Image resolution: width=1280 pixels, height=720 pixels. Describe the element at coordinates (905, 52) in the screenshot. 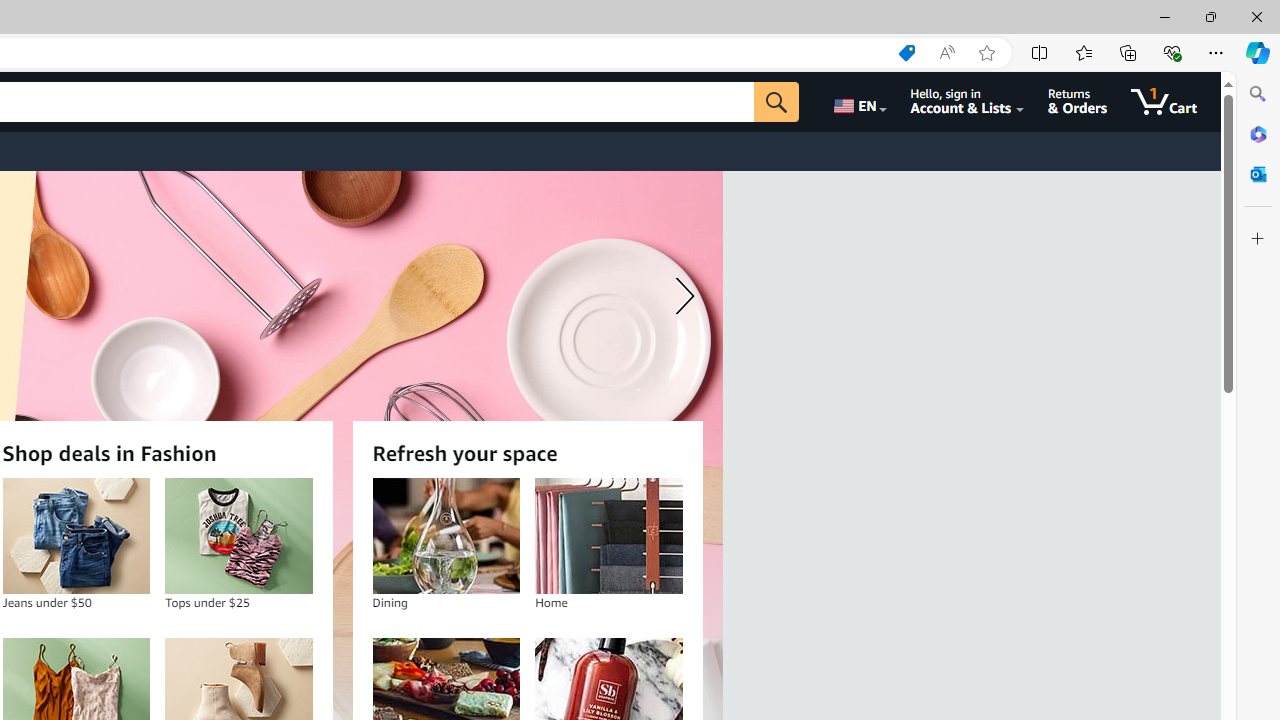

I see `'Shopping in Microsoft Edge'` at that location.